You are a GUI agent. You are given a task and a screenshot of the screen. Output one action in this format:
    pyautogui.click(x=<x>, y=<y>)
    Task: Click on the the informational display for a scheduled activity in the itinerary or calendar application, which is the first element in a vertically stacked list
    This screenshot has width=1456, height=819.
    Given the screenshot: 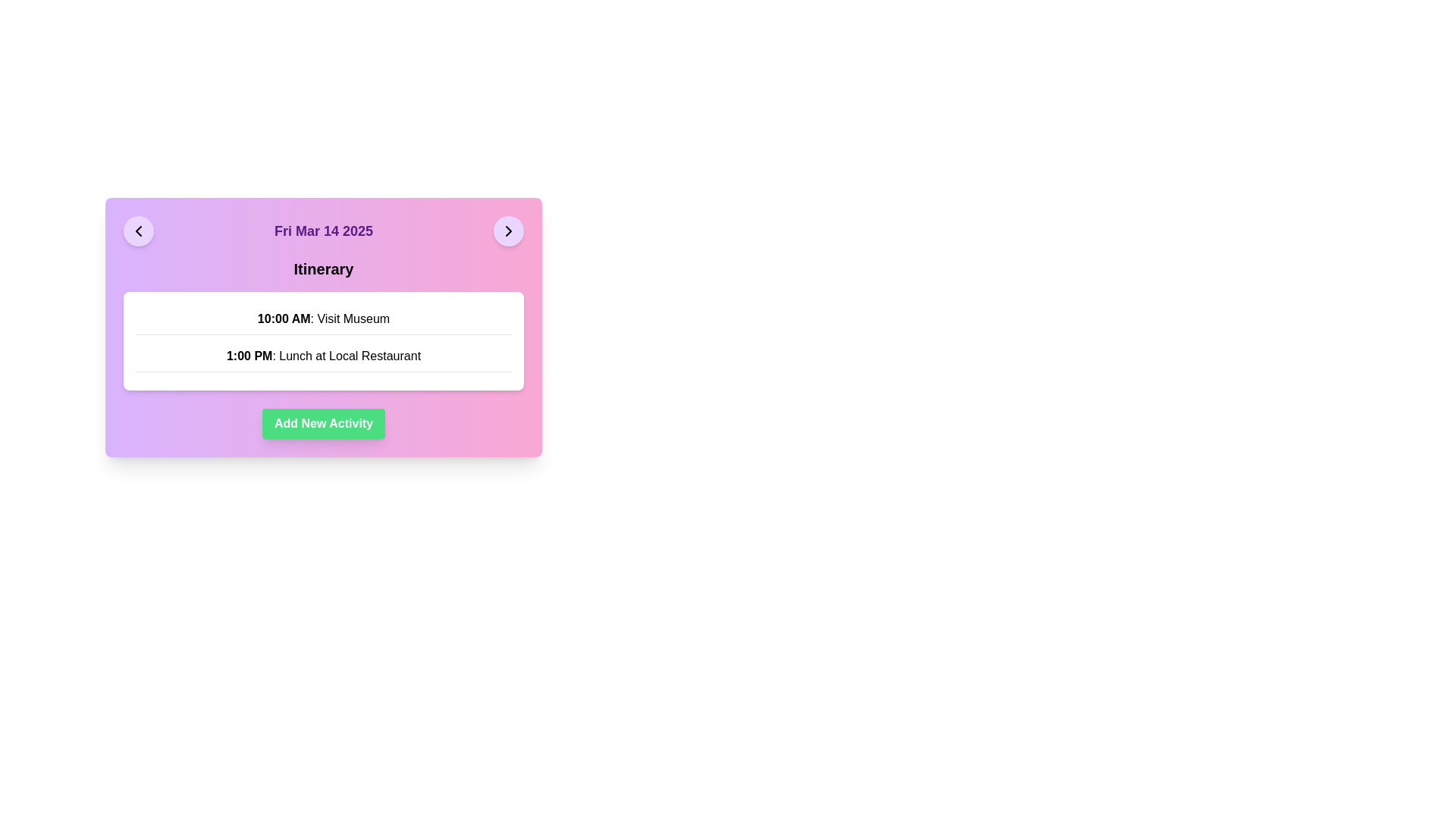 What is the action you would take?
    pyautogui.click(x=323, y=318)
    